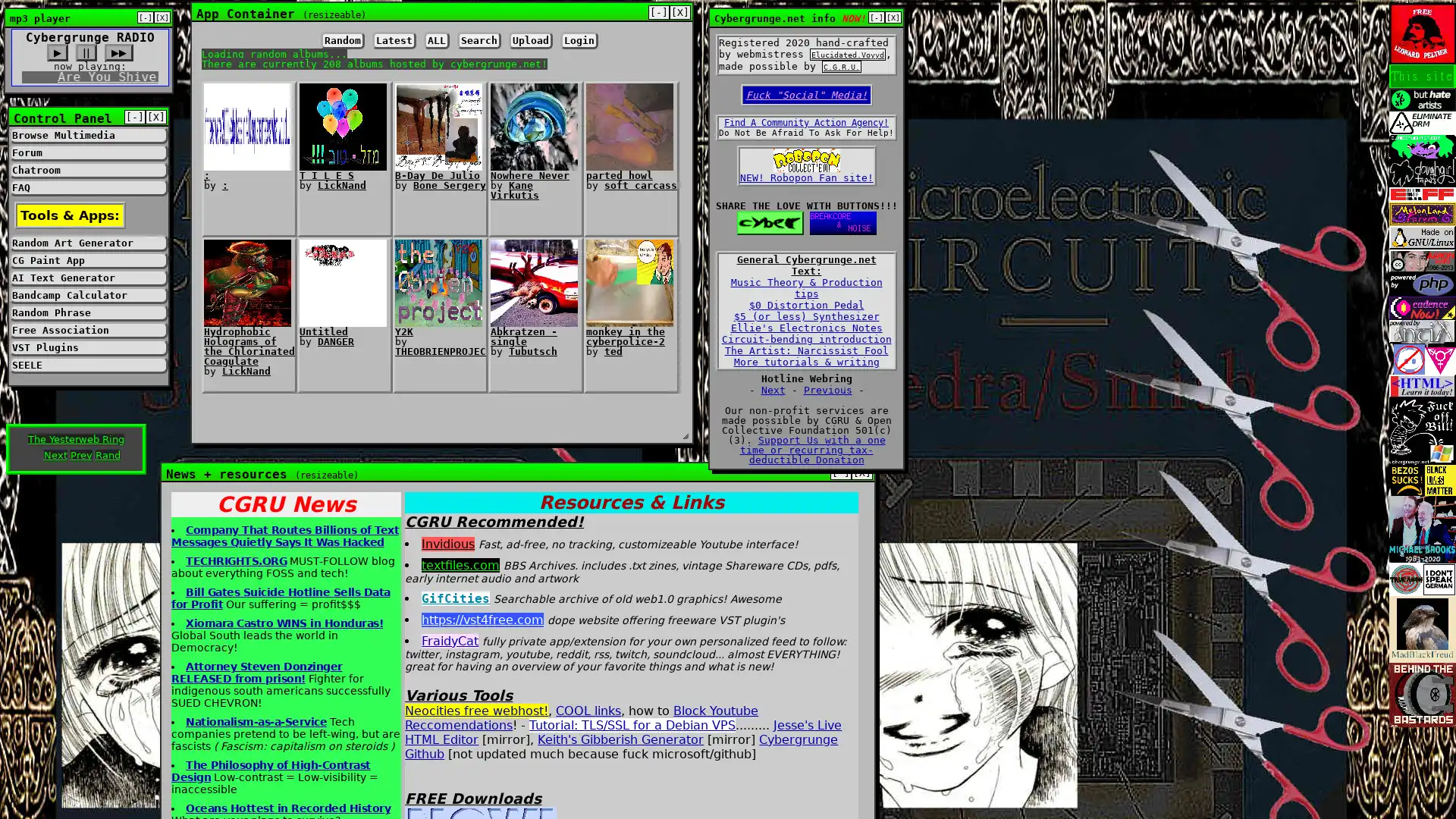 The image size is (1456, 819). What do you see at coordinates (87, 365) in the screenshot?
I see `SEELE` at bounding box center [87, 365].